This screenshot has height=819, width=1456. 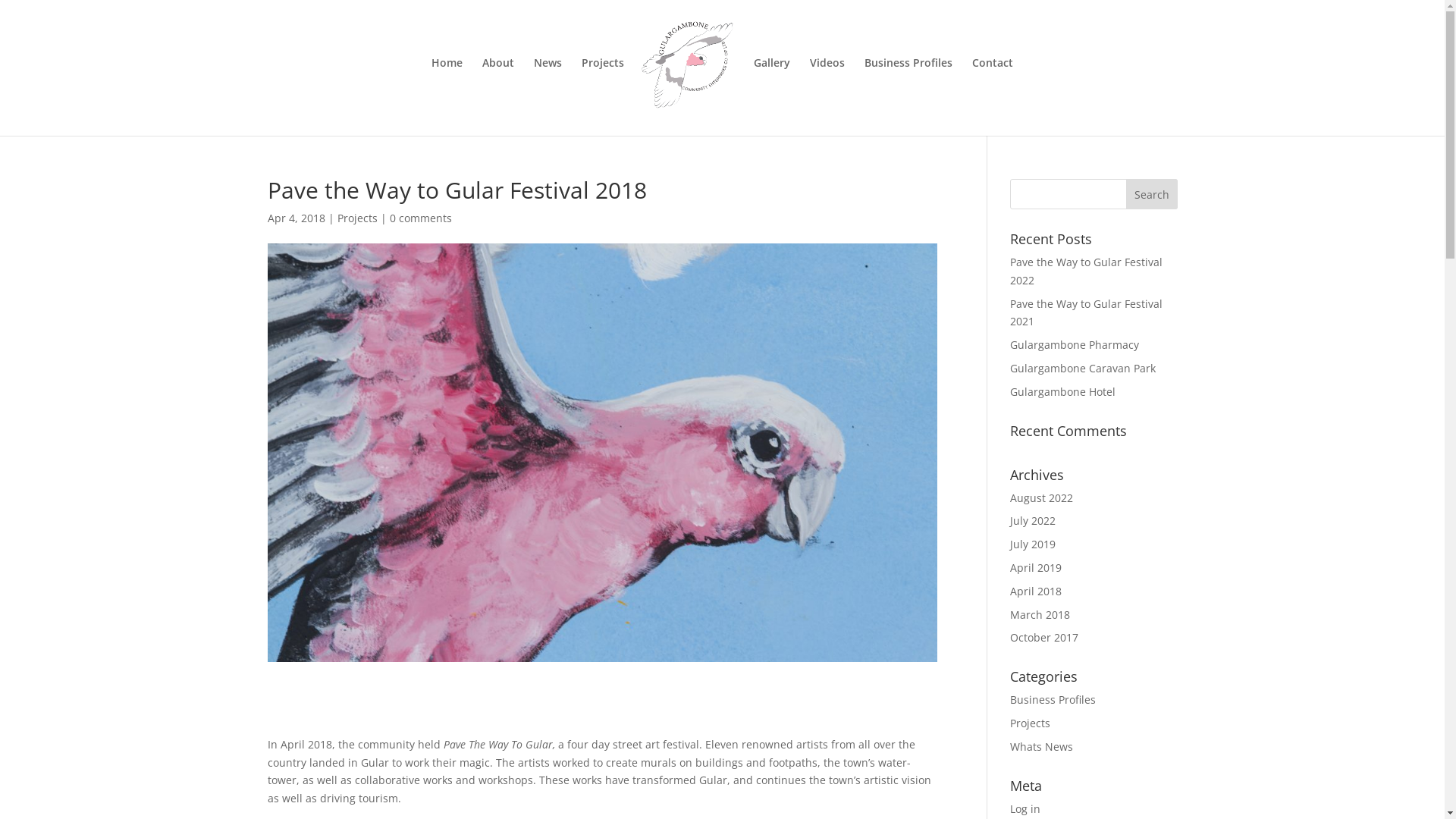 I want to click on 'Pave the Way to Gular Festival 2021', so click(x=1085, y=312).